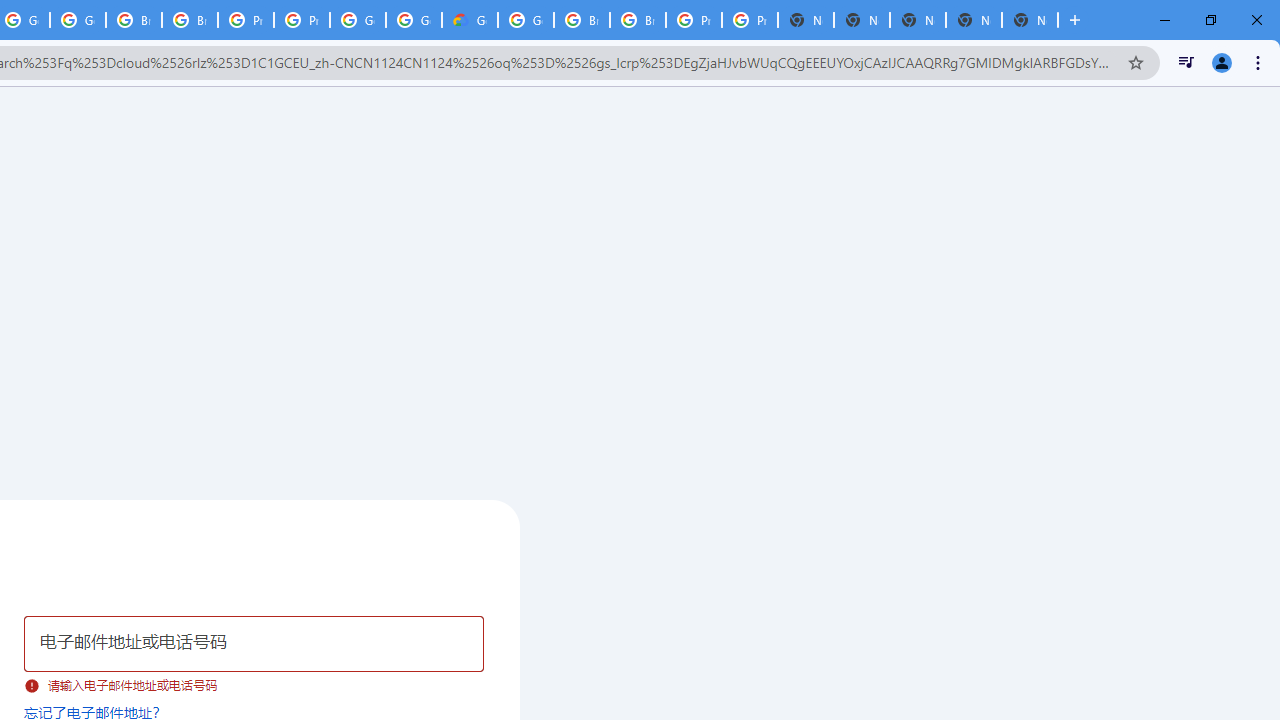 The width and height of the screenshot is (1280, 720). I want to click on 'Browse Chrome as a guest - Computer - Google Chrome Help', so click(581, 20).